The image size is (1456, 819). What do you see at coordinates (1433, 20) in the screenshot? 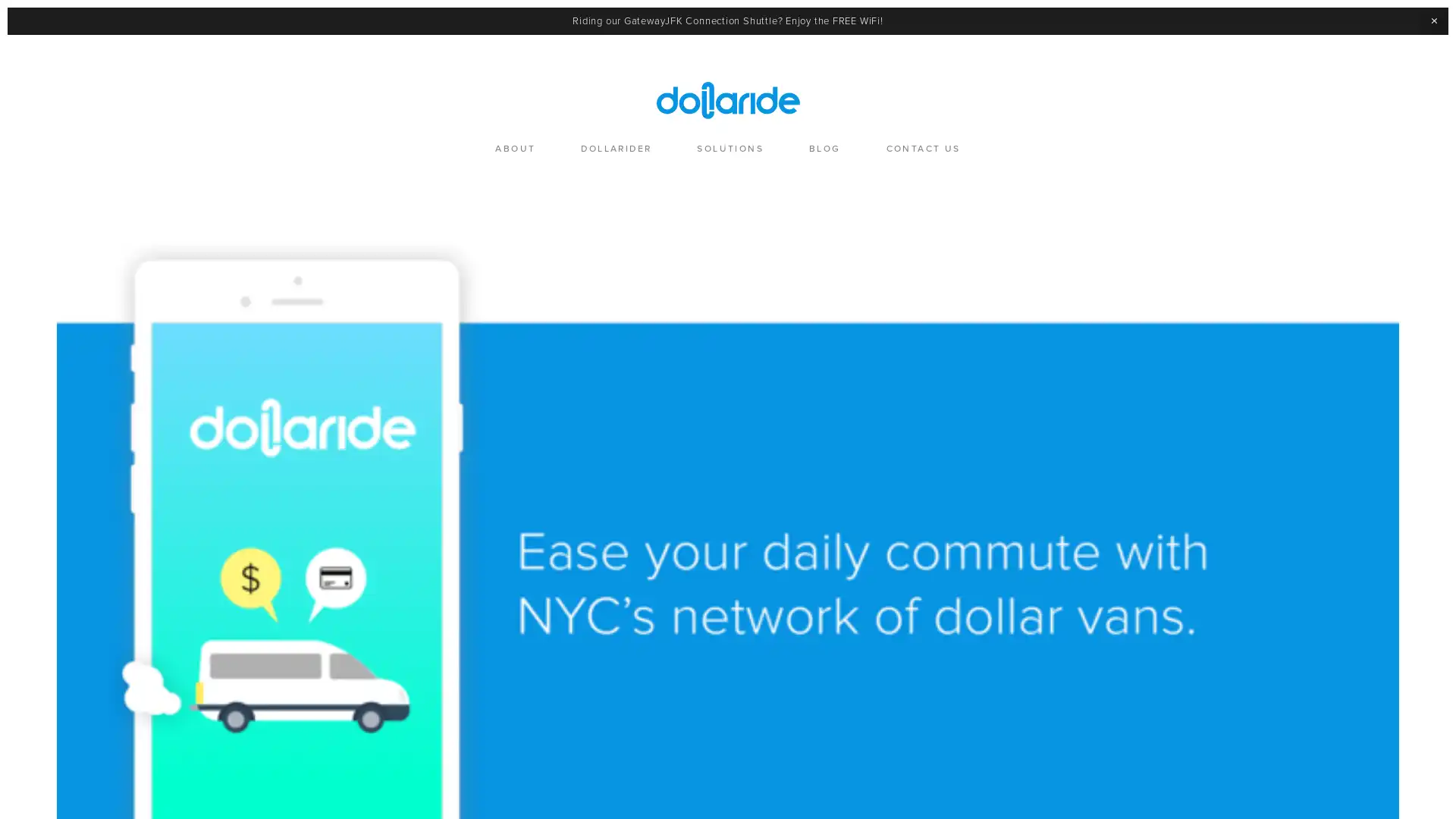
I see `Close Announcement` at bounding box center [1433, 20].